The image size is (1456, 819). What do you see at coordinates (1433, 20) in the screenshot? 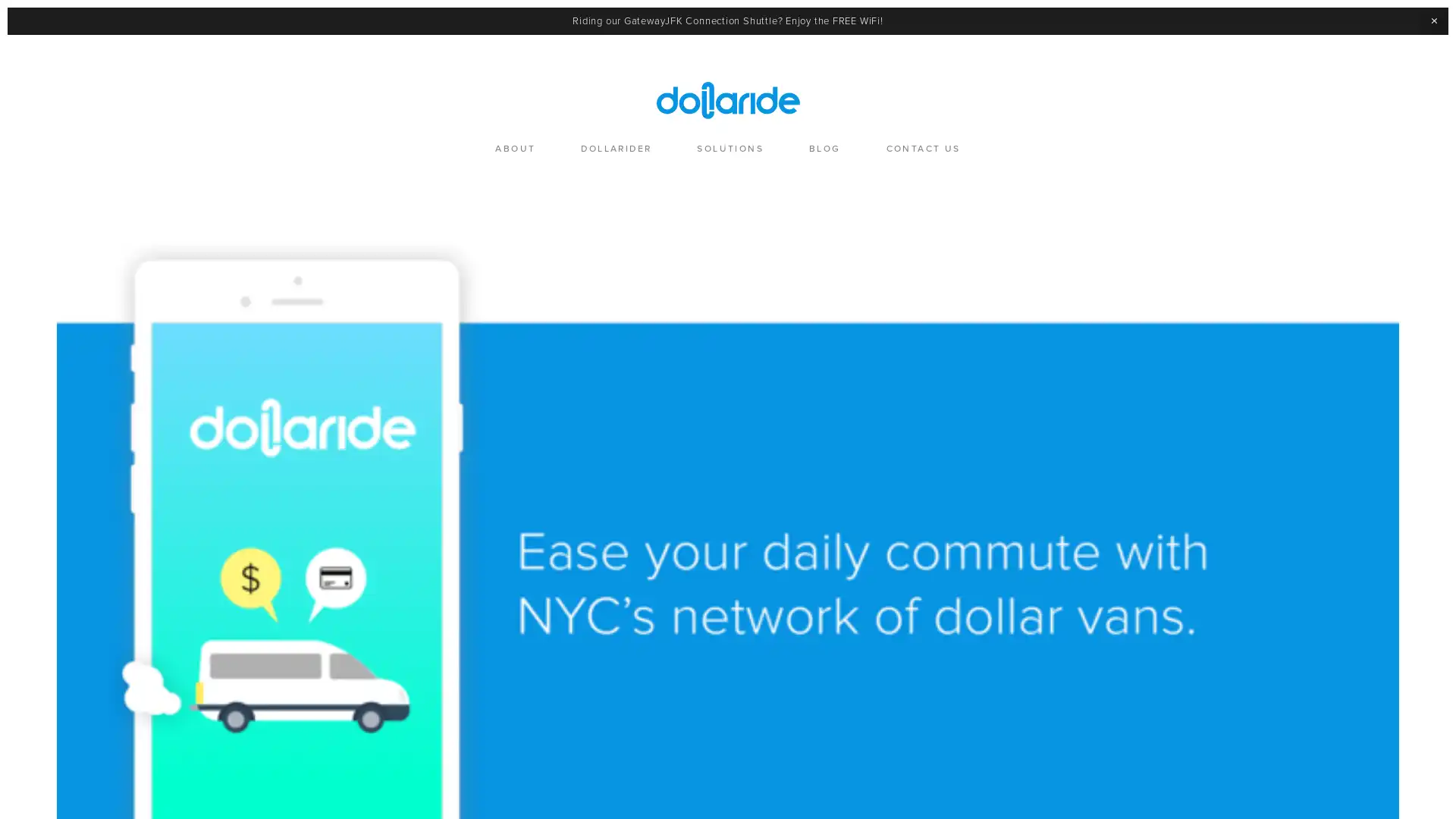
I see `Close Announcement` at bounding box center [1433, 20].